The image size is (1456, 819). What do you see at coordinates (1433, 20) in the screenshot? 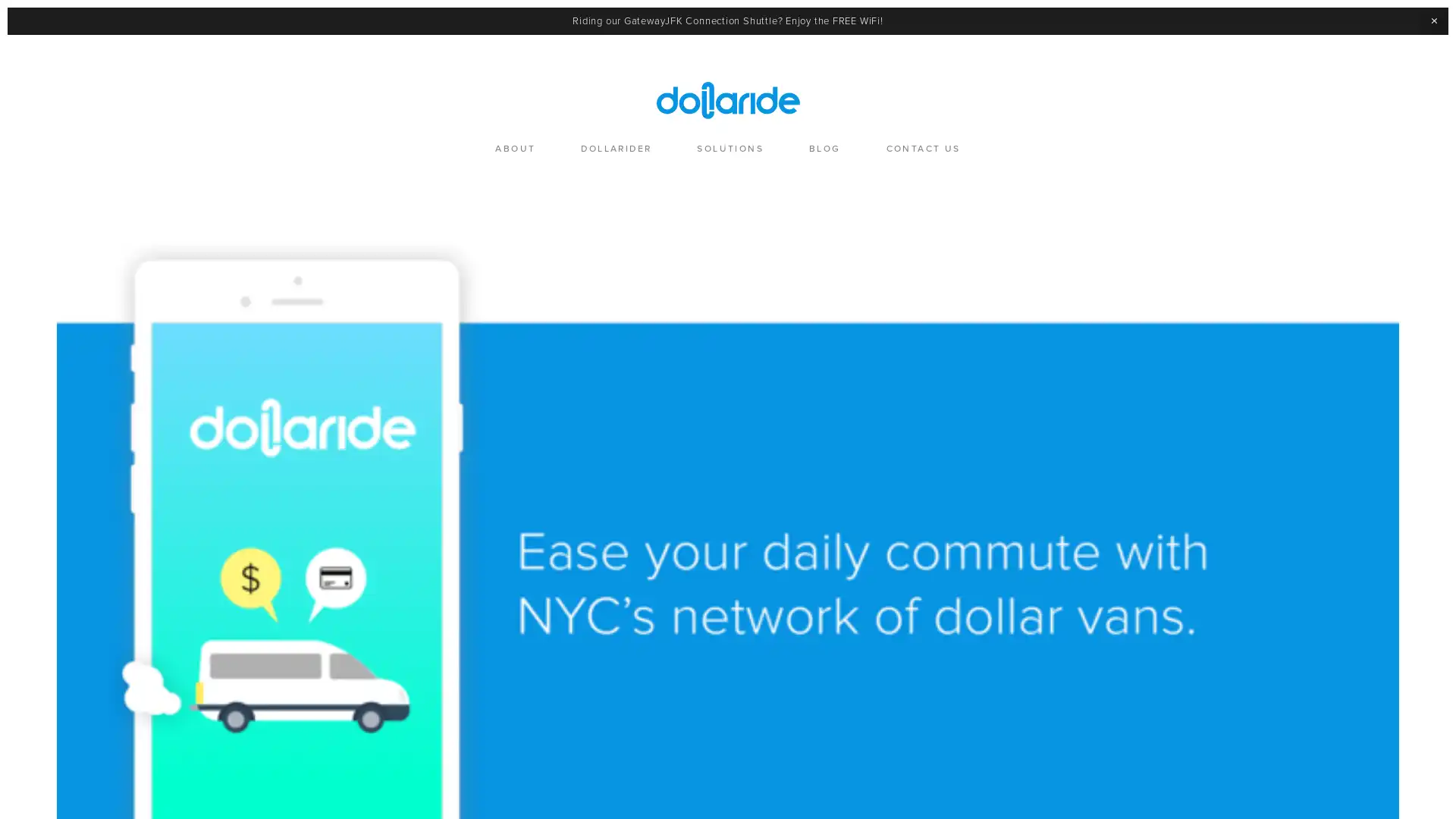
I see `Close Announcement` at bounding box center [1433, 20].